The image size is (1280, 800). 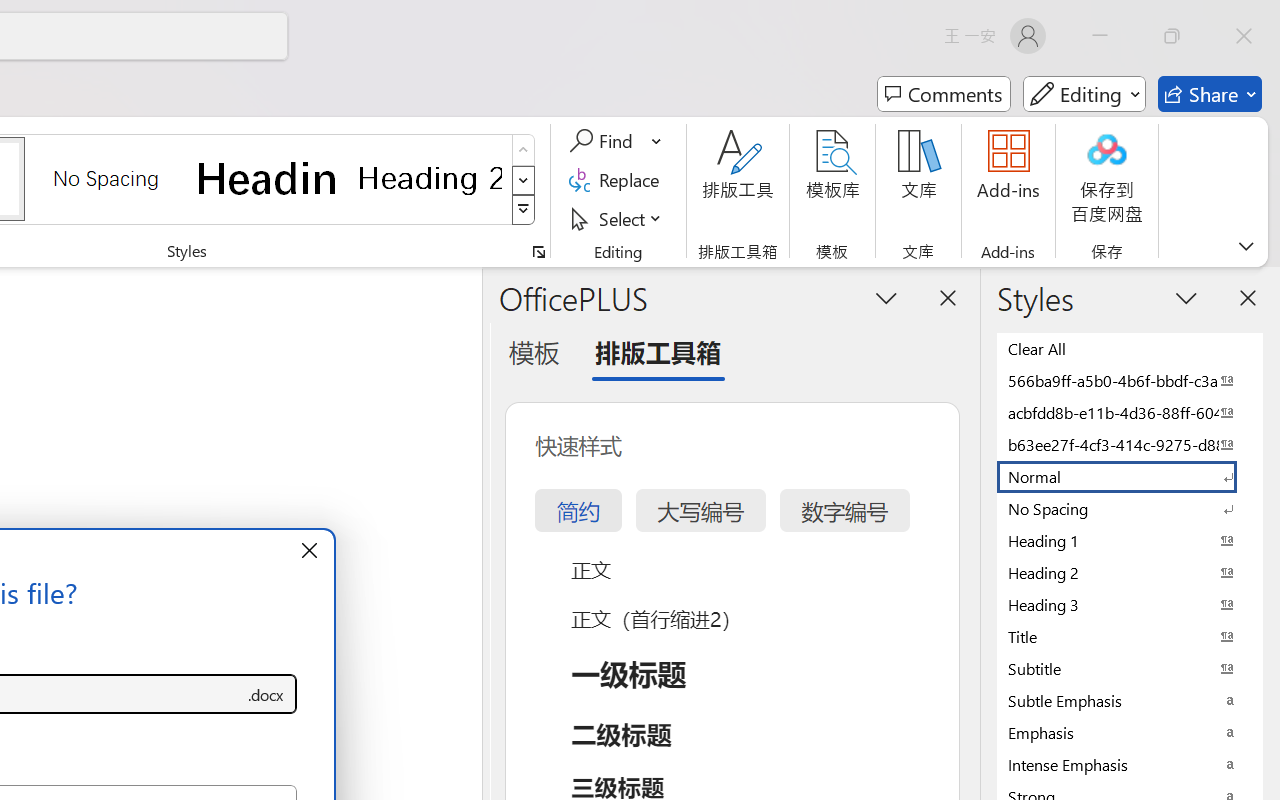 What do you see at coordinates (1130, 412) in the screenshot?
I see `'acbfdd8b-e11b-4d36-88ff-6049b138f862'` at bounding box center [1130, 412].